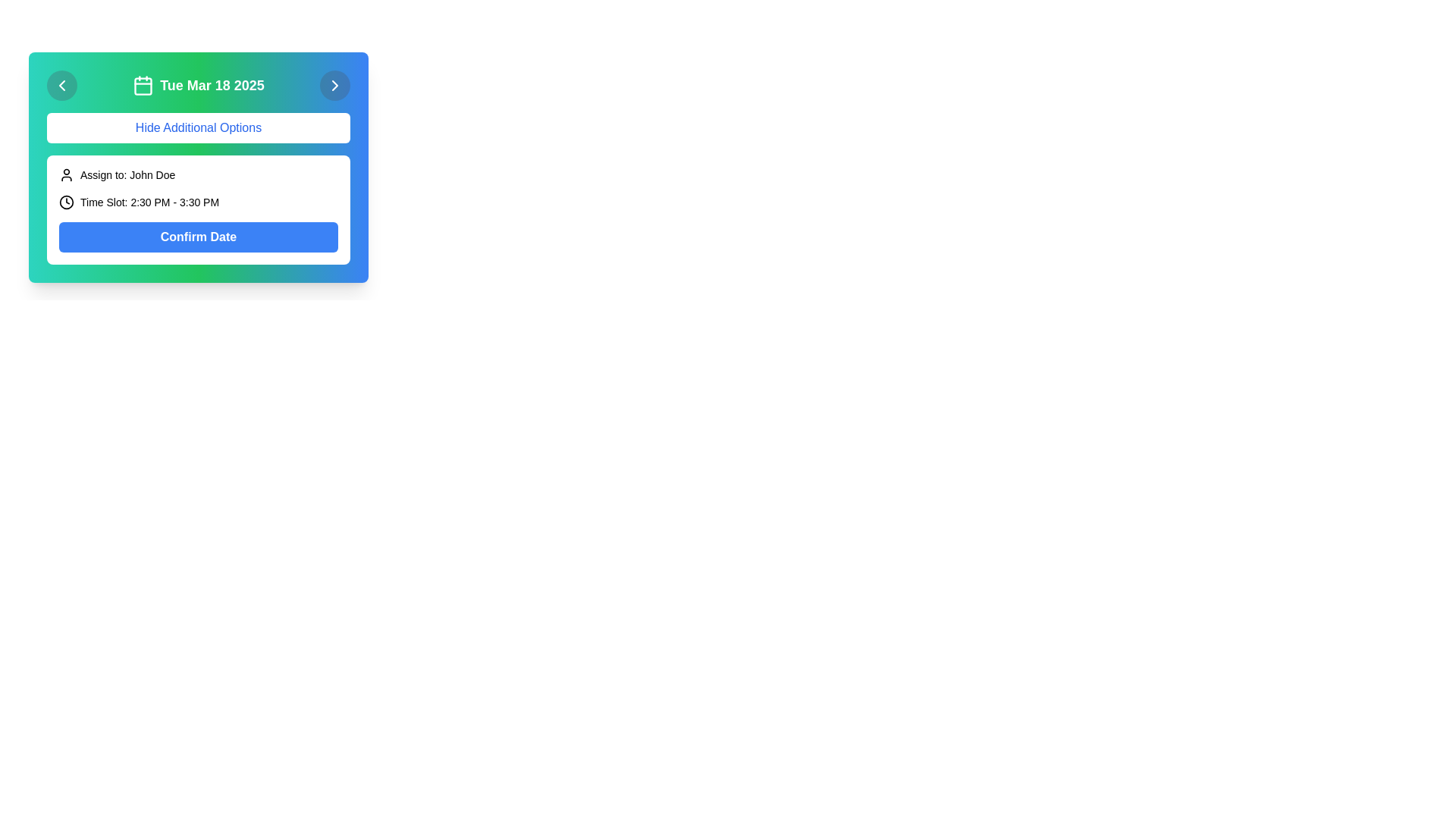  Describe the element at coordinates (143, 85) in the screenshot. I see `the Calendar icon located to the immediate left of the text 'Tue Mar 18 2025' in the green header` at that location.